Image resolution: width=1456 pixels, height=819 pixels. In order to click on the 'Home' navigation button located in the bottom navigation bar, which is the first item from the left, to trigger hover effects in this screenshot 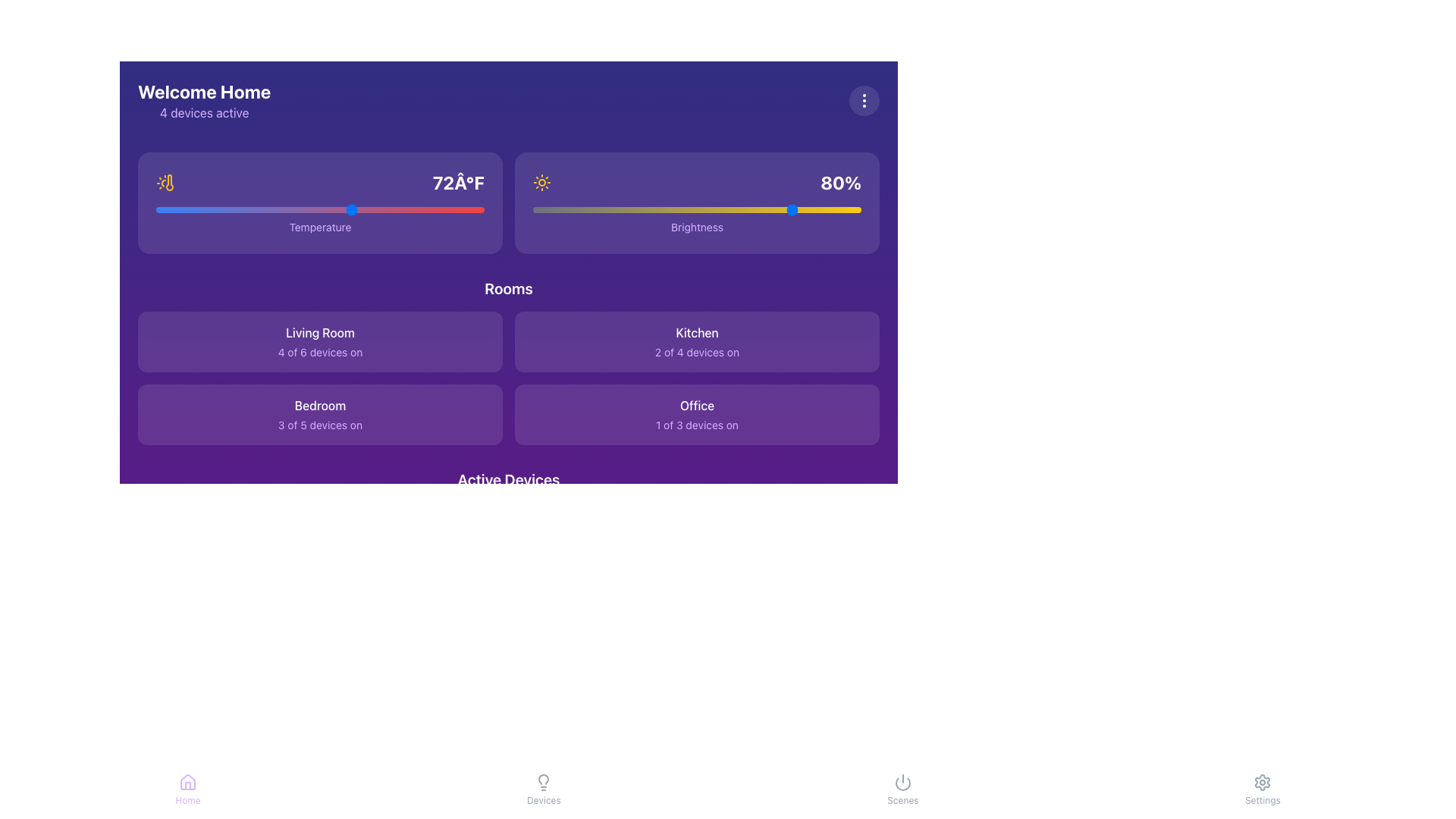, I will do `click(187, 789)`.